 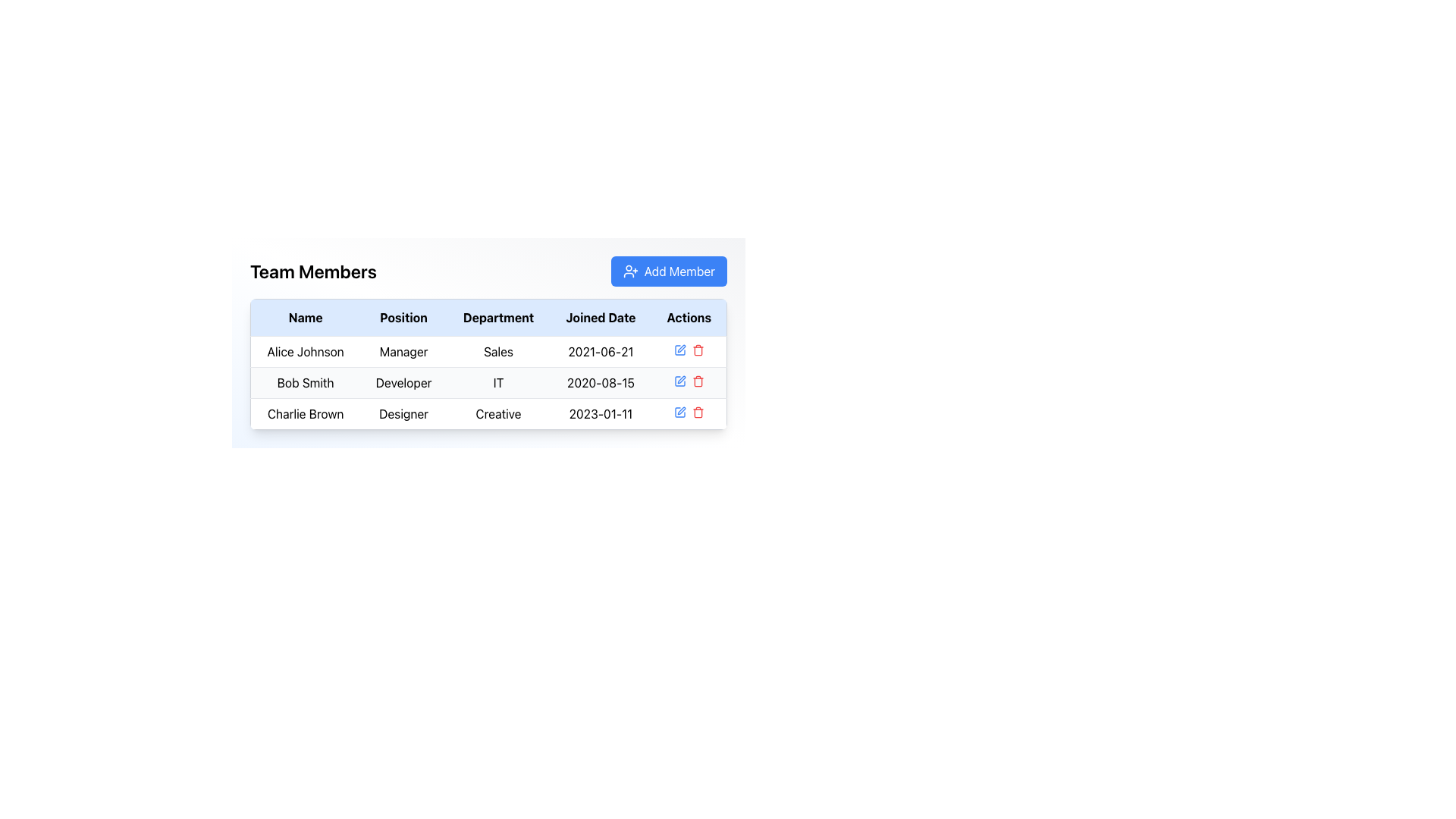 I want to click on the pencil icon in the 'Actions' column of the second row in the 'Team Members' table, so click(x=680, y=348).